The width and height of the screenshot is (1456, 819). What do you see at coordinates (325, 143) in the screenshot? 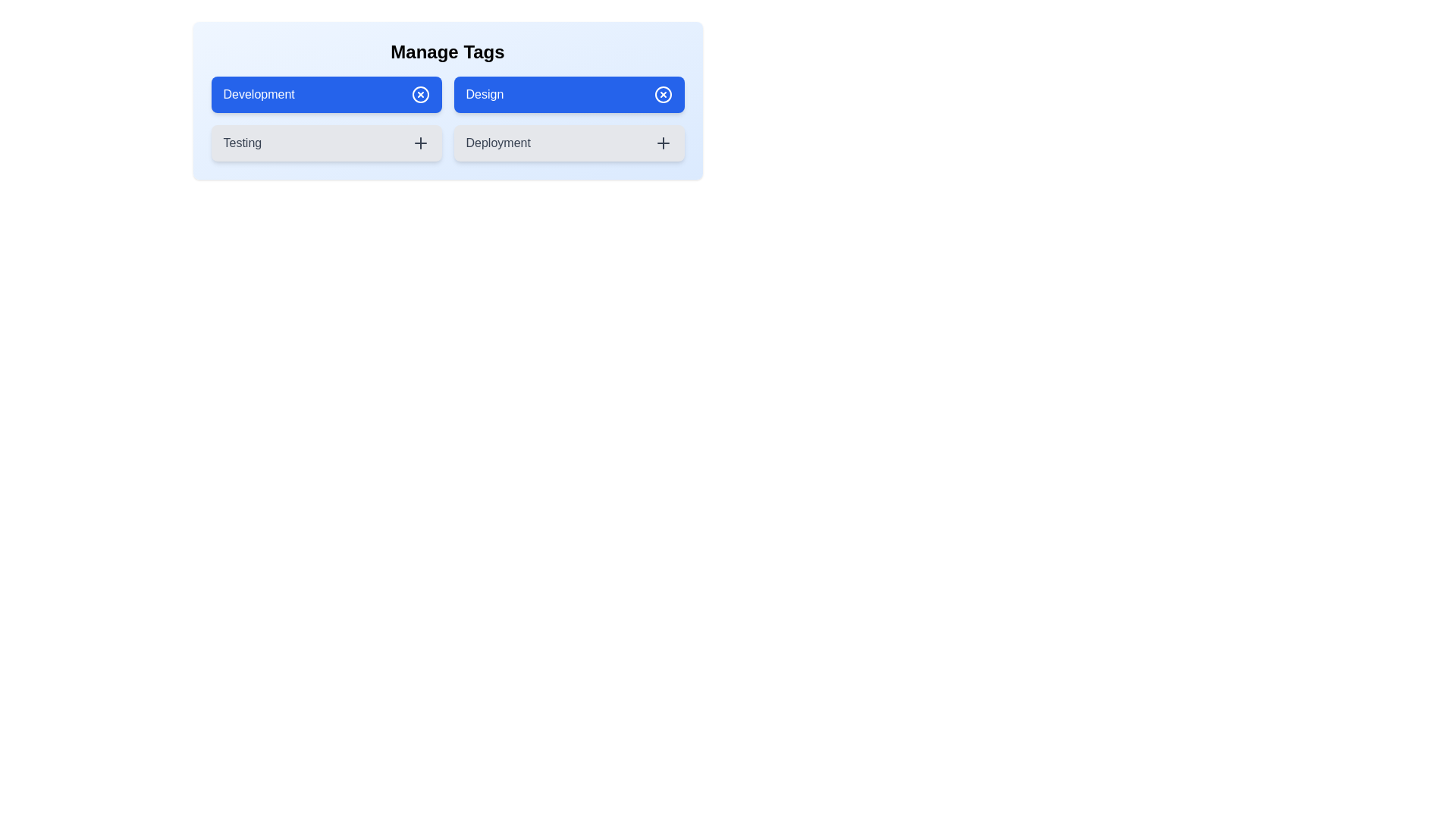
I see `the tag labeled Testing to toggle its state` at bounding box center [325, 143].